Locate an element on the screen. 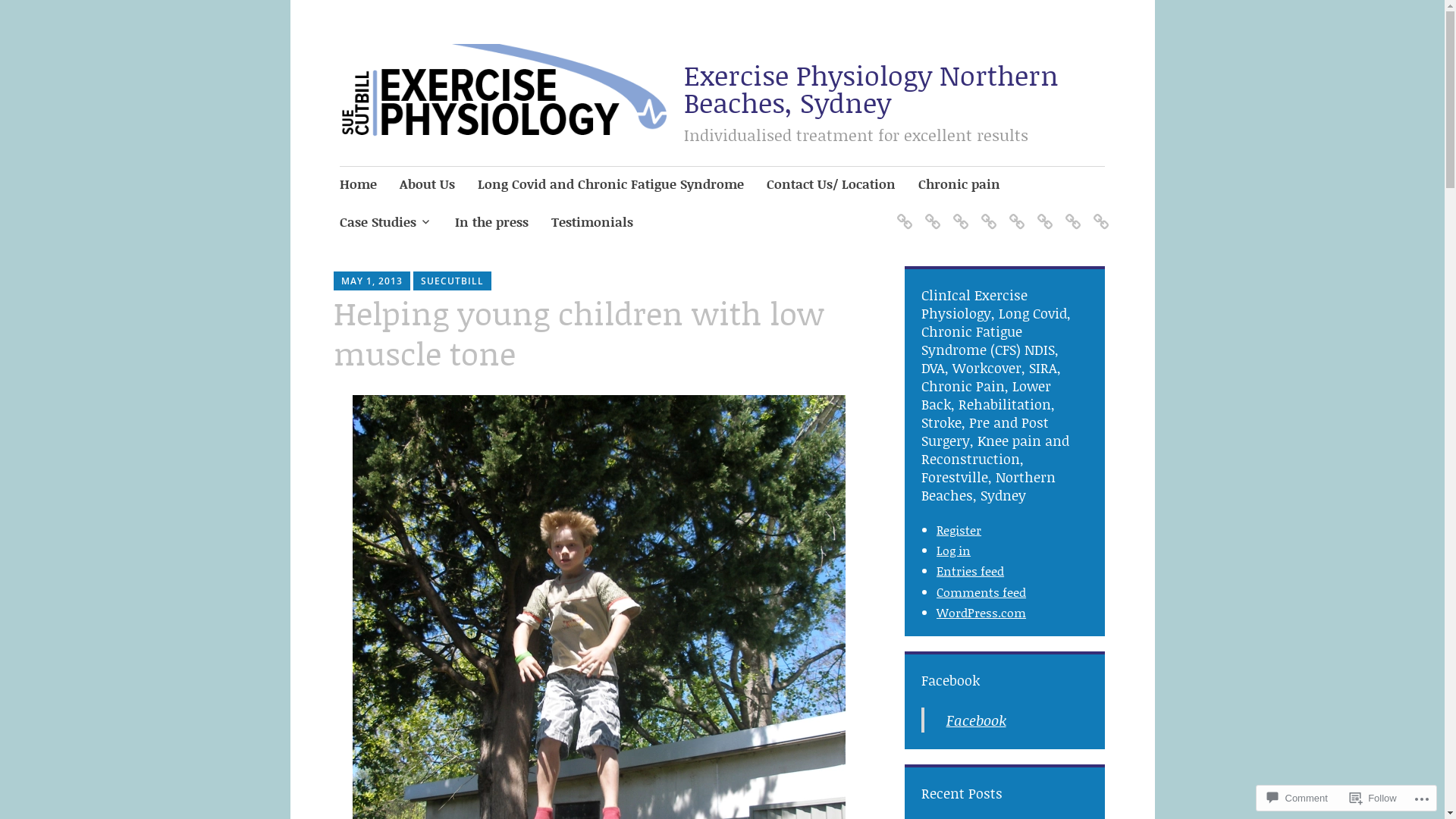 Image resolution: width=1456 pixels, height=819 pixels. 'Testimonials' is located at coordinates (591, 222).